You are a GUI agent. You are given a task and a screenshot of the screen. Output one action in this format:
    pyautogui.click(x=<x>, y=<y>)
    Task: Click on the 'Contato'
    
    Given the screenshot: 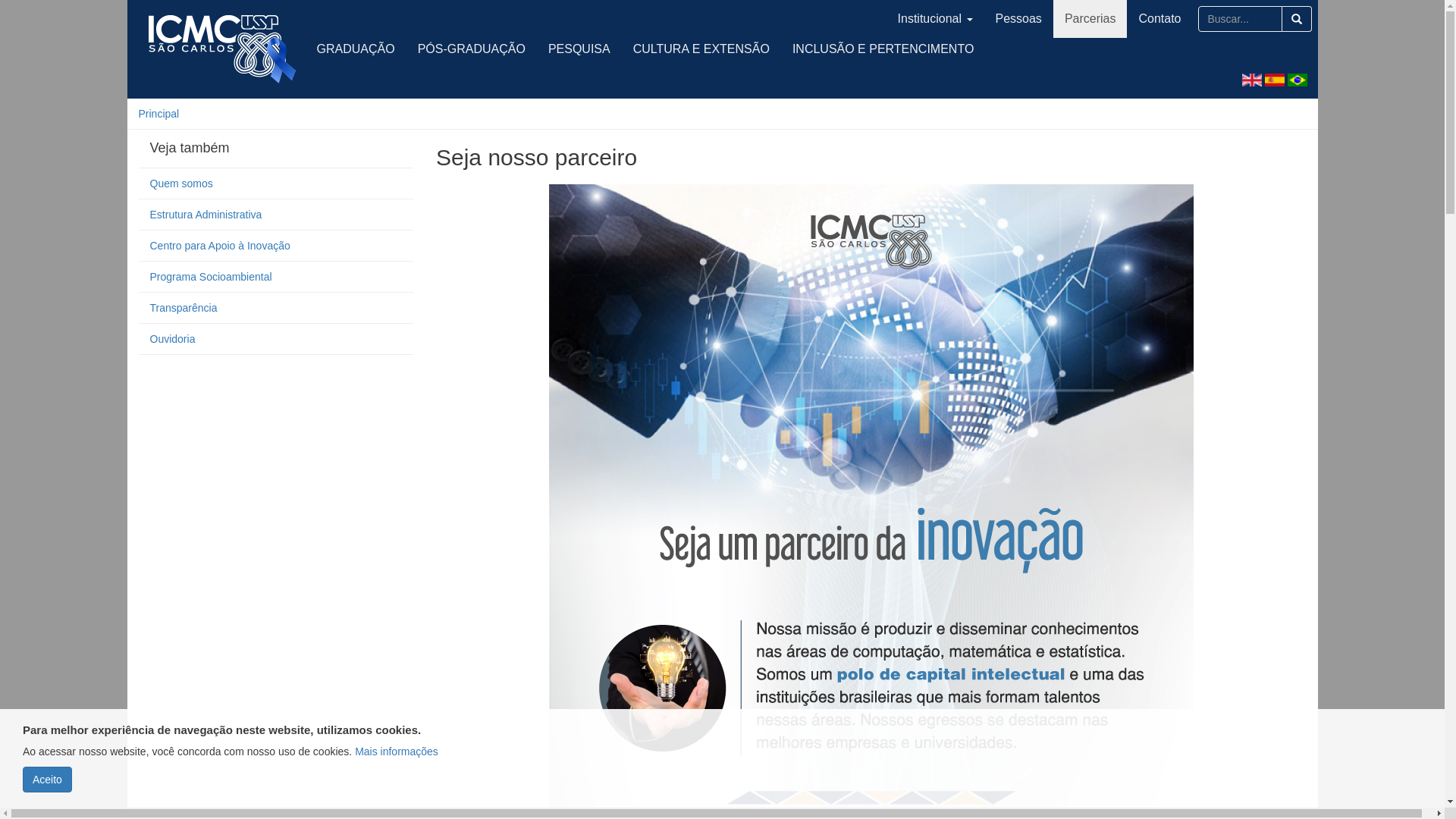 What is the action you would take?
    pyautogui.click(x=1127, y=18)
    